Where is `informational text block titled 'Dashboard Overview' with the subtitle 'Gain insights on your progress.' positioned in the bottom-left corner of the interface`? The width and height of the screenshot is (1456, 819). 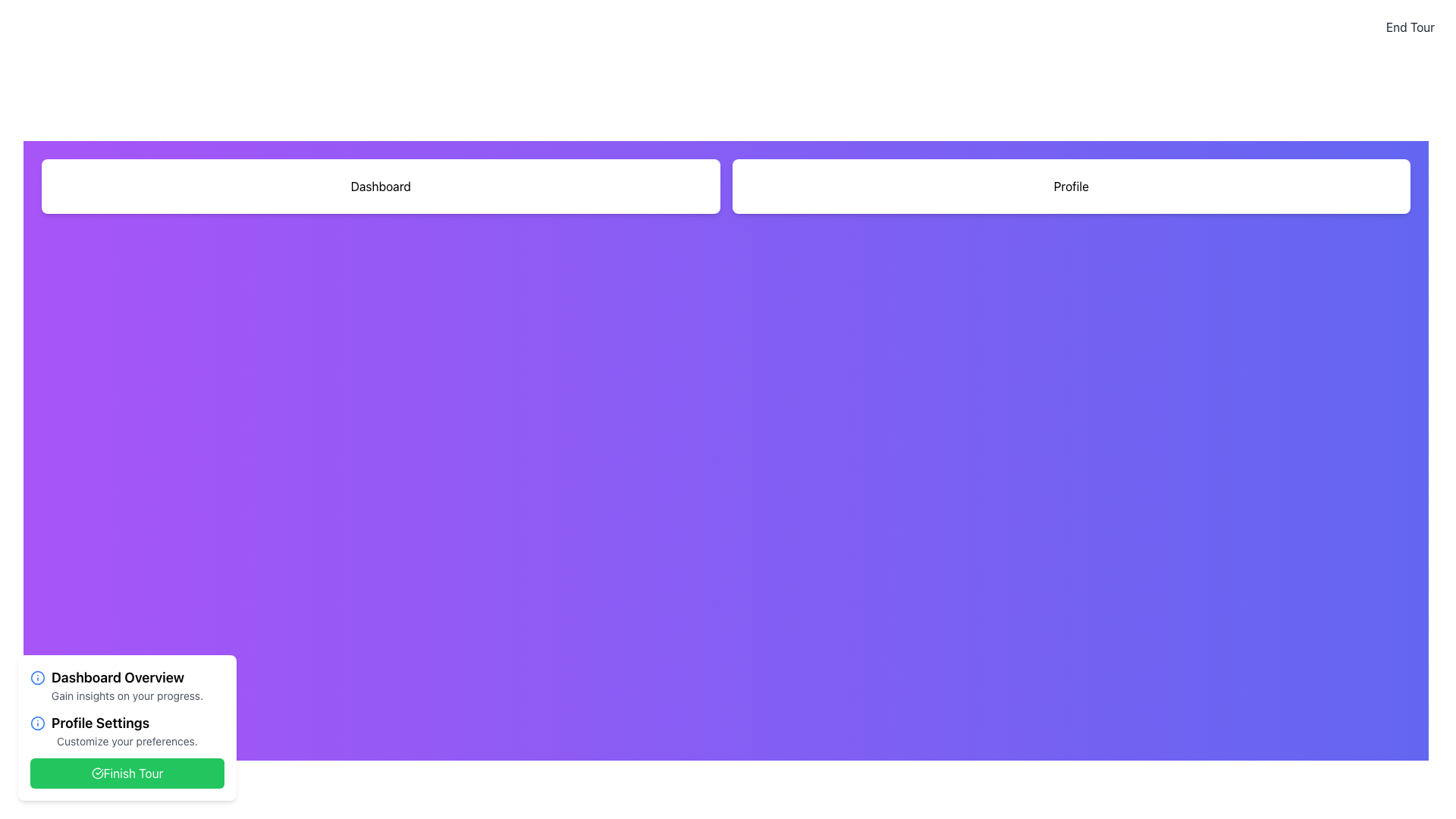
informational text block titled 'Dashboard Overview' with the subtitle 'Gain insights on your progress.' positioned in the bottom-left corner of the interface is located at coordinates (127, 685).